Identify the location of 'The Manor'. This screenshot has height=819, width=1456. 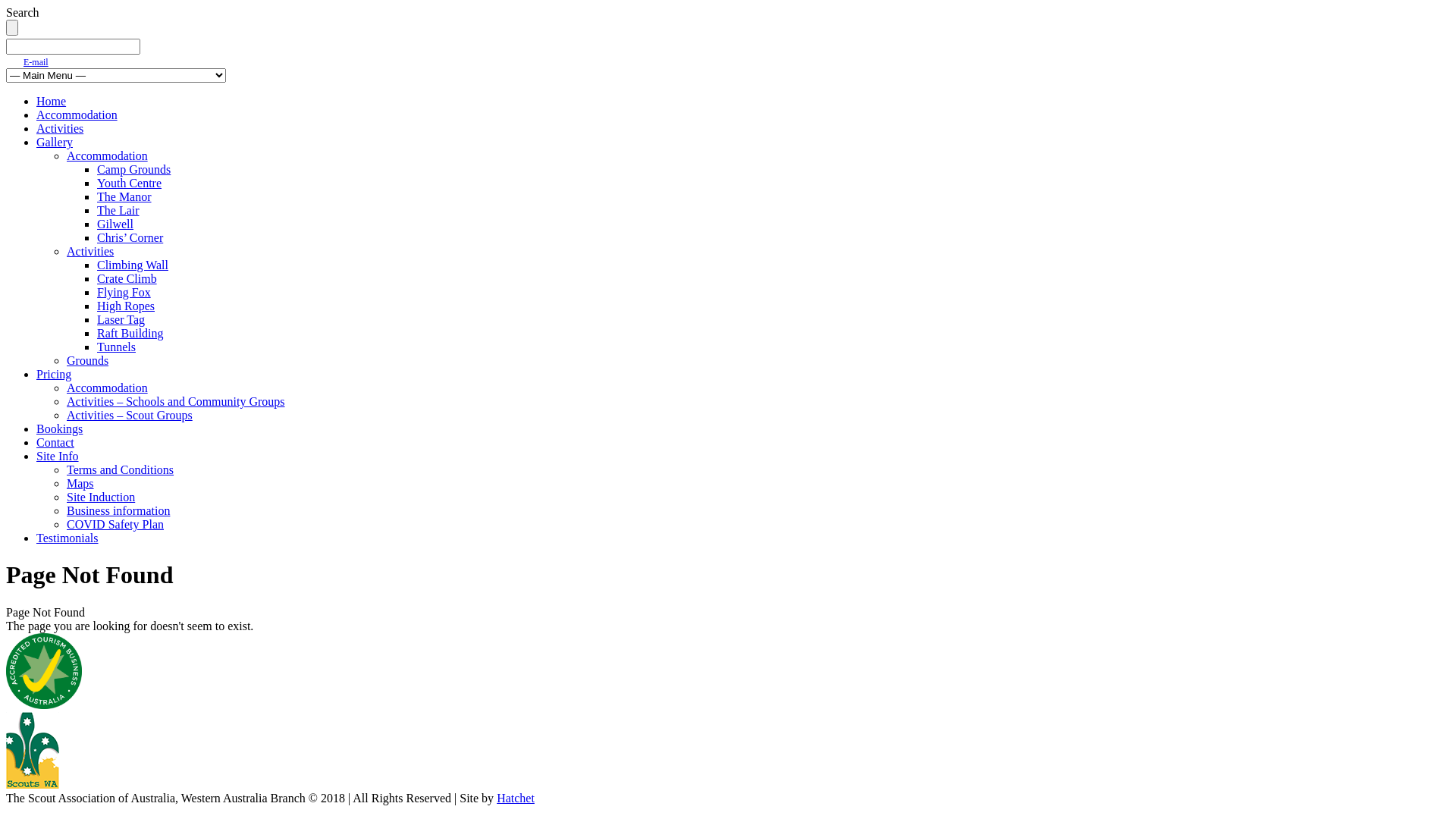
(124, 196).